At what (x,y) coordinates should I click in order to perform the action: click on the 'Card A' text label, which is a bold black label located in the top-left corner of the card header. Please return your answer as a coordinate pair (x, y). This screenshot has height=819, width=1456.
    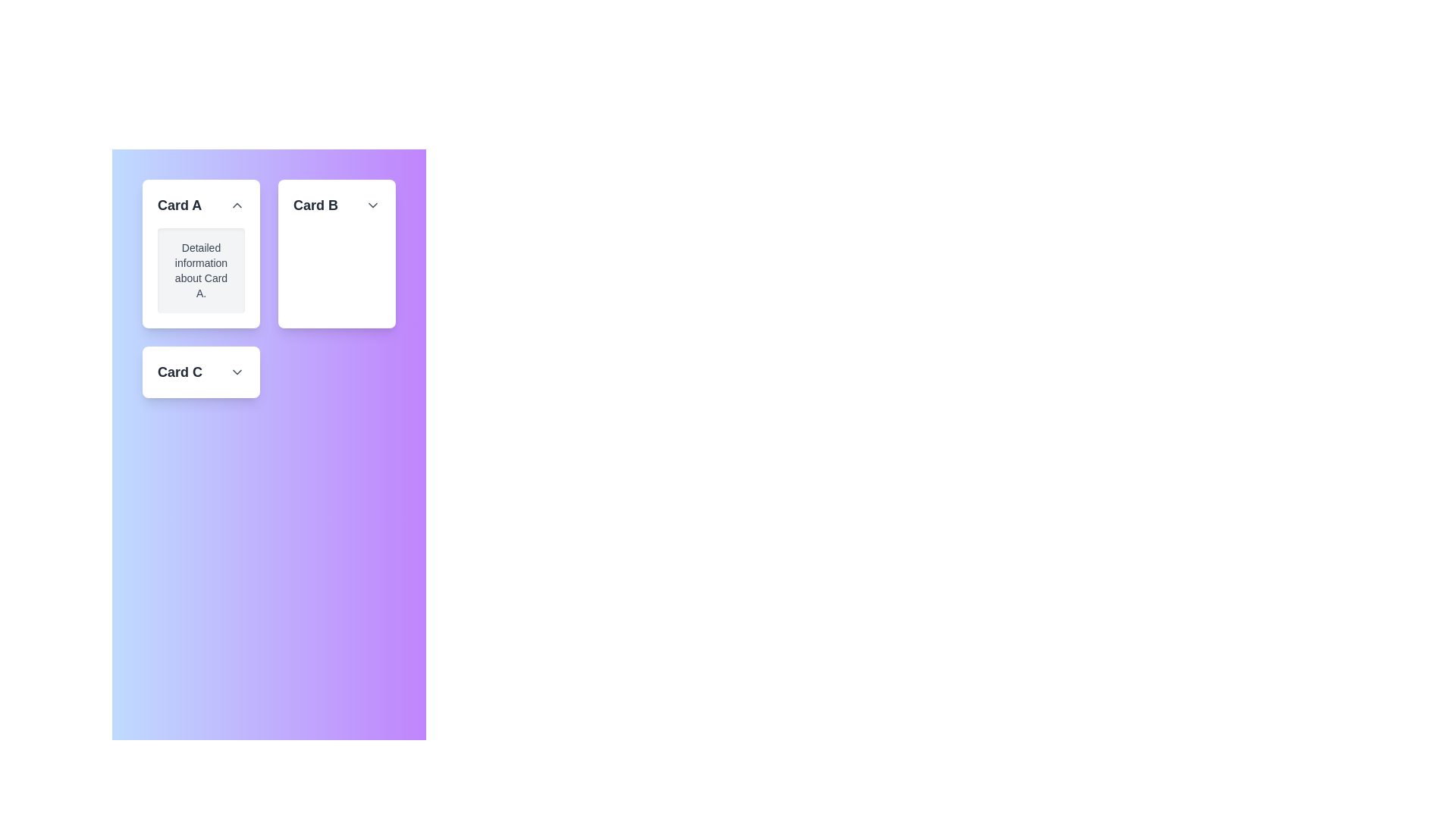
    Looking at the image, I should click on (180, 205).